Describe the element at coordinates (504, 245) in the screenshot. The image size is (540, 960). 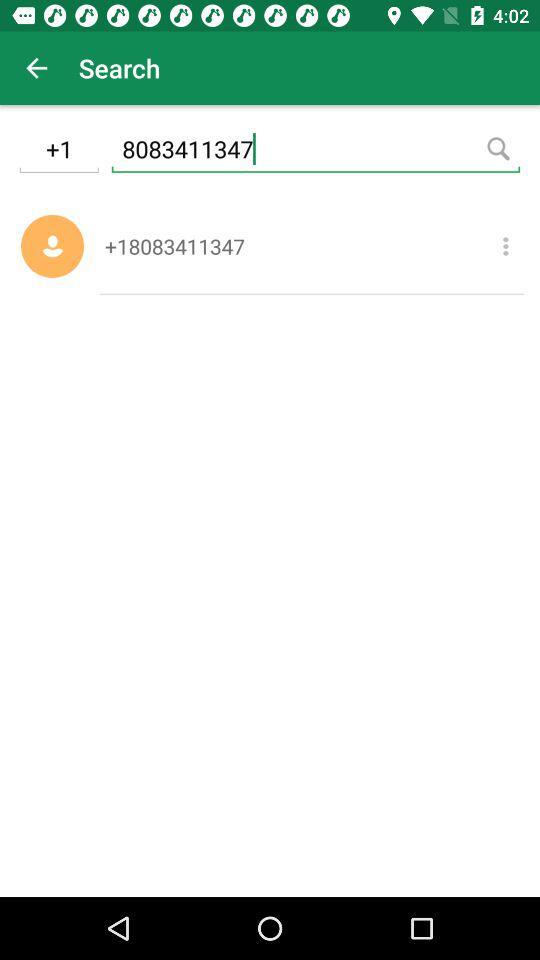
I see `item below the 8083411347` at that location.